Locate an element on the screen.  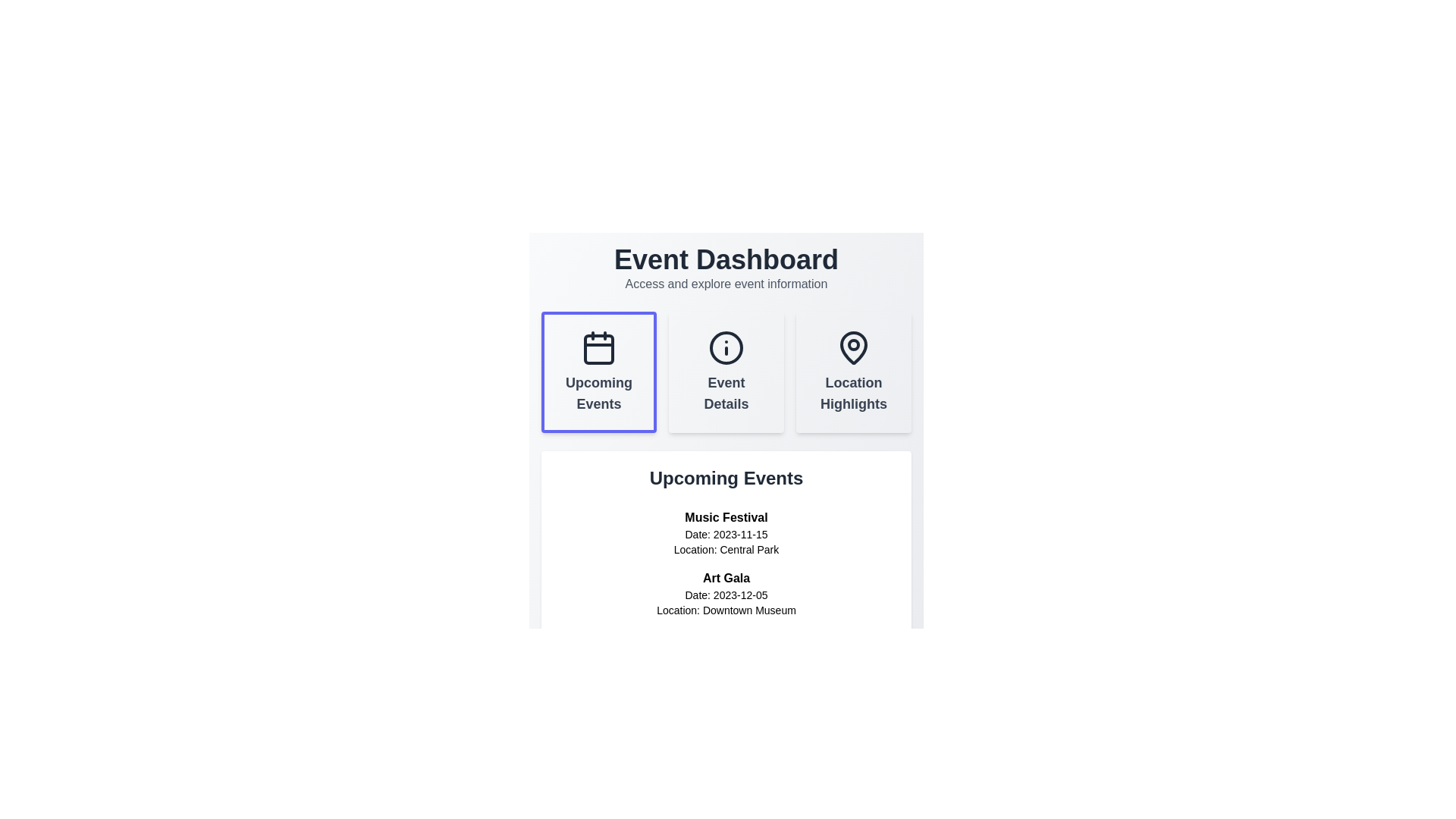
the geographical location icon situated at the top-center of the 'Location Highlights' card is located at coordinates (854, 348).